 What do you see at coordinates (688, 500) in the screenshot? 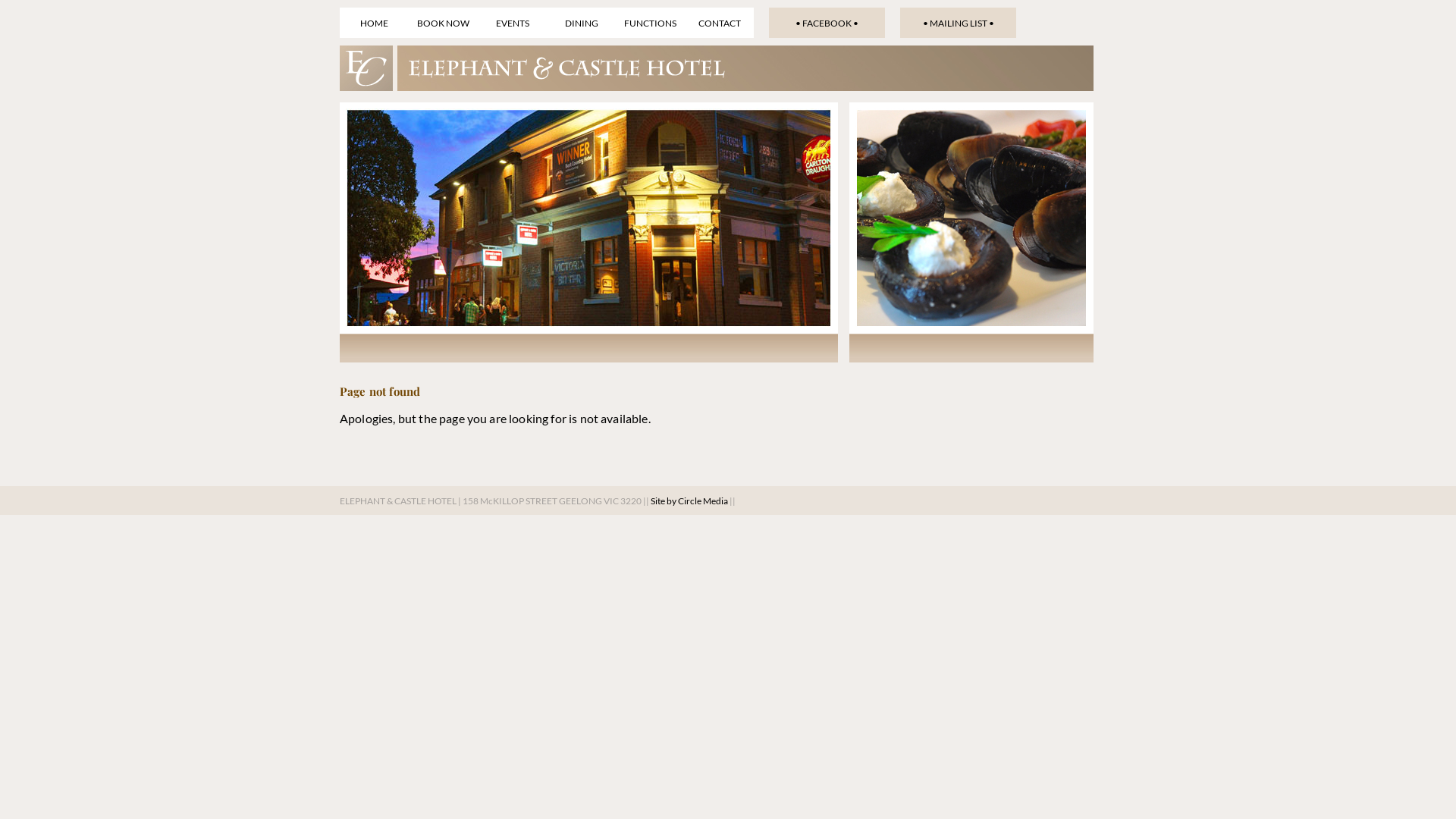
I see `'Site by Circle Media'` at bounding box center [688, 500].